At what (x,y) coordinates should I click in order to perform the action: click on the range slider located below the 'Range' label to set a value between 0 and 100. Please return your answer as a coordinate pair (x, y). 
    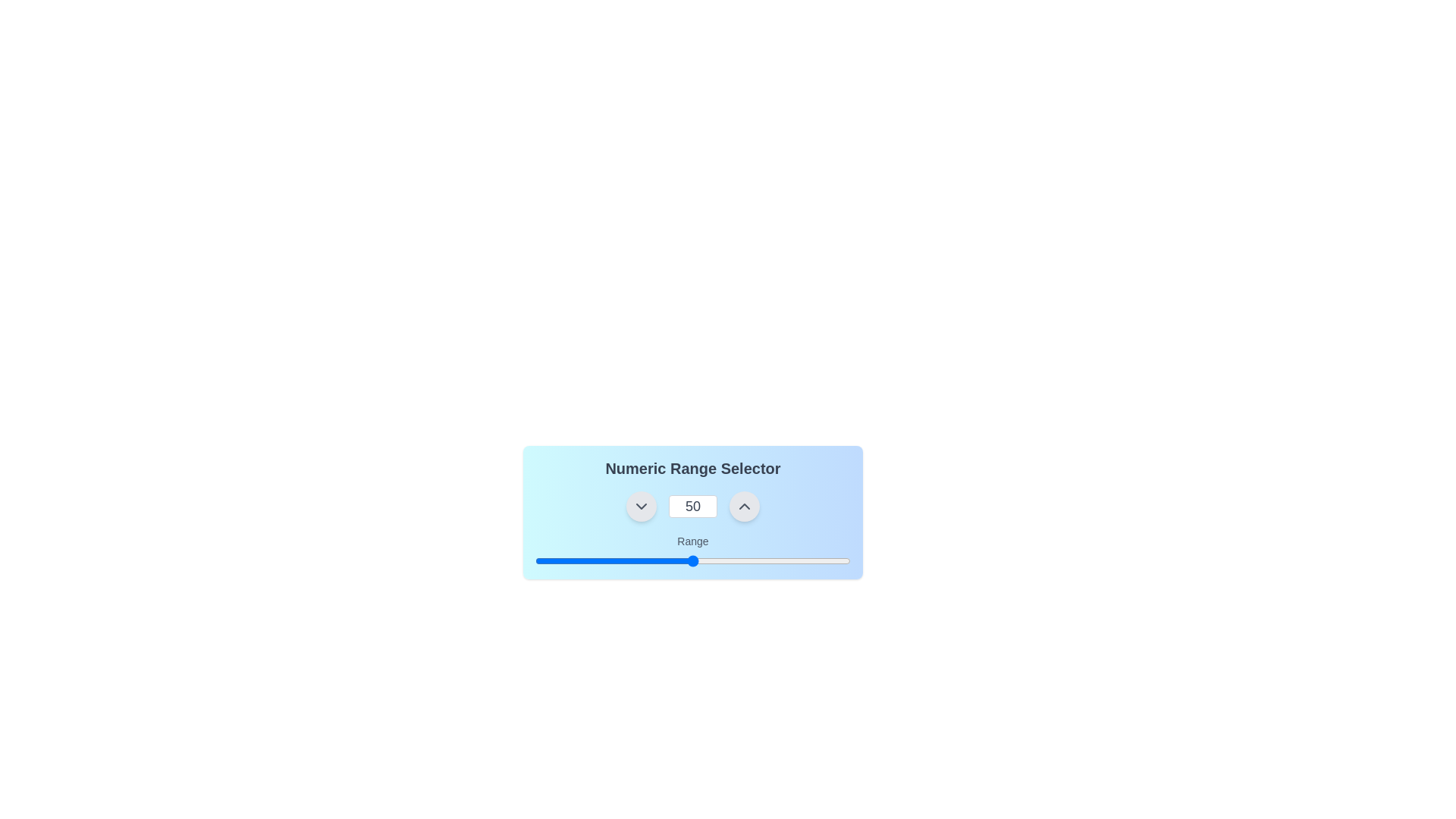
    Looking at the image, I should click on (692, 561).